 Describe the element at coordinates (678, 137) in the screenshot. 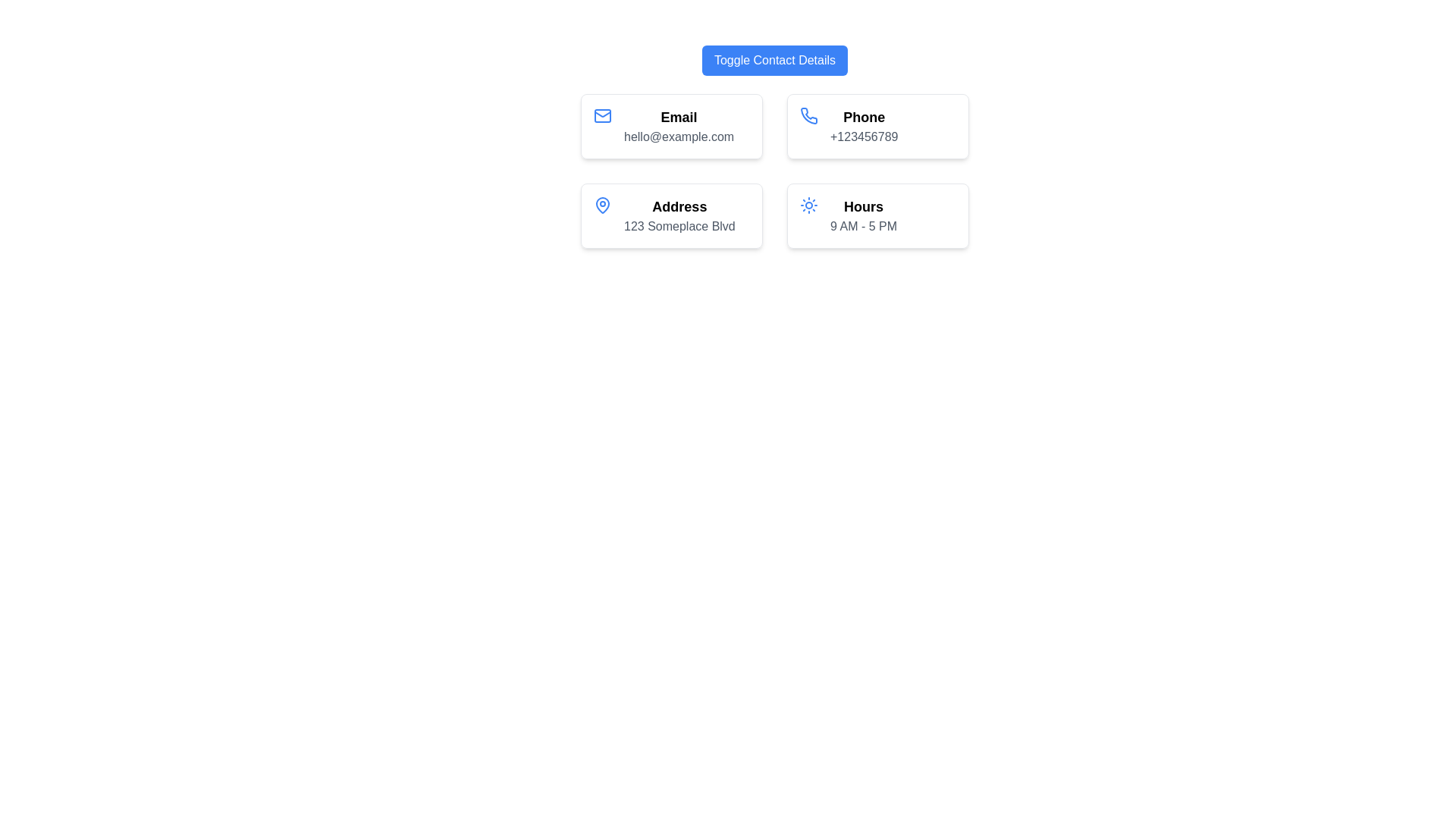

I see `the email address text label, which is styled with gray text and located below the bold 'Email' label in a card containing contact details` at that location.